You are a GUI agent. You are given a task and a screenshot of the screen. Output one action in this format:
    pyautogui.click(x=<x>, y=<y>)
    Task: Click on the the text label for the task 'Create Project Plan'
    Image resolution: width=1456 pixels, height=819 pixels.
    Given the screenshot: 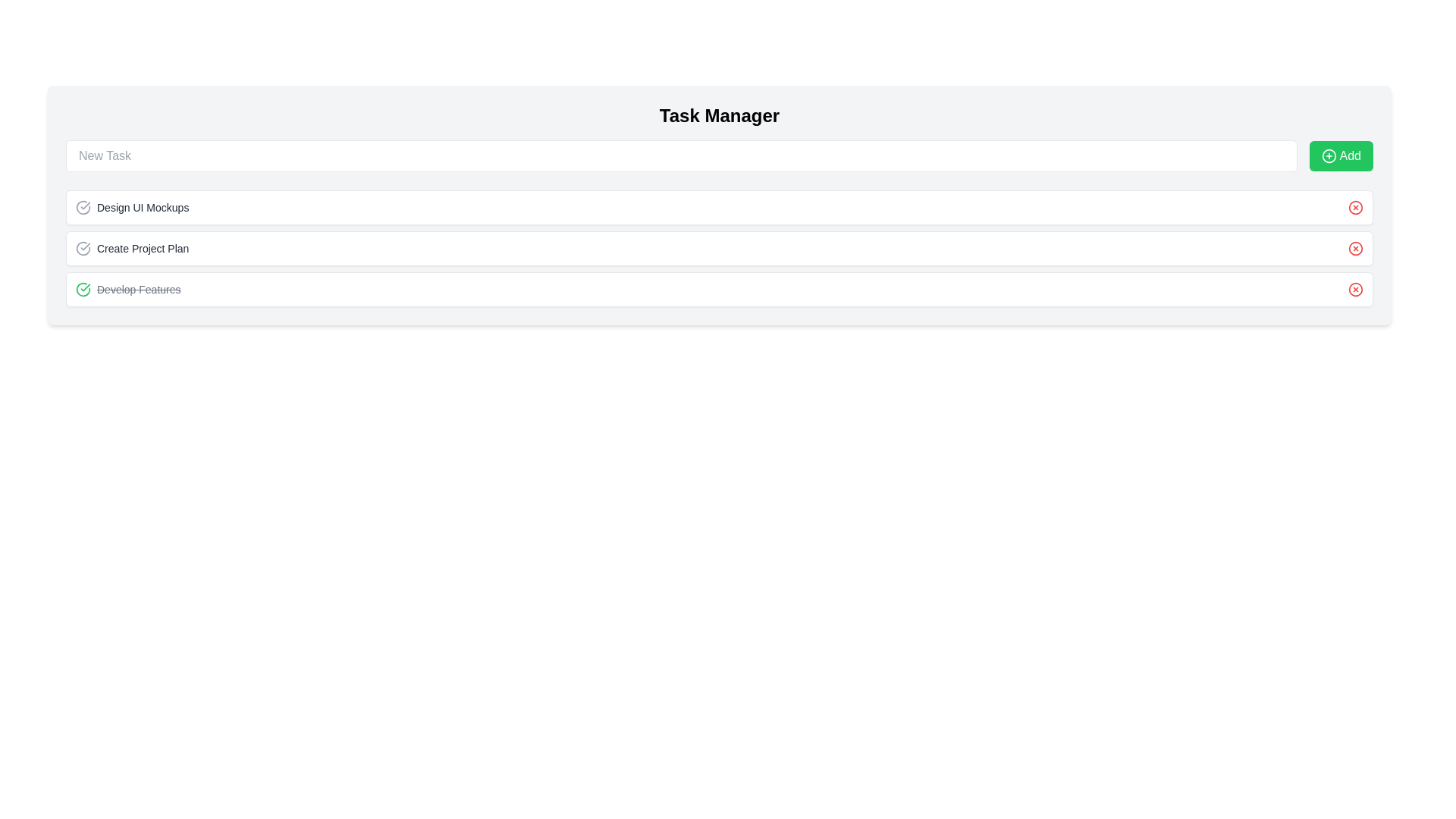 What is the action you would take?
    pyautogui.click(x=143, y=247)
    